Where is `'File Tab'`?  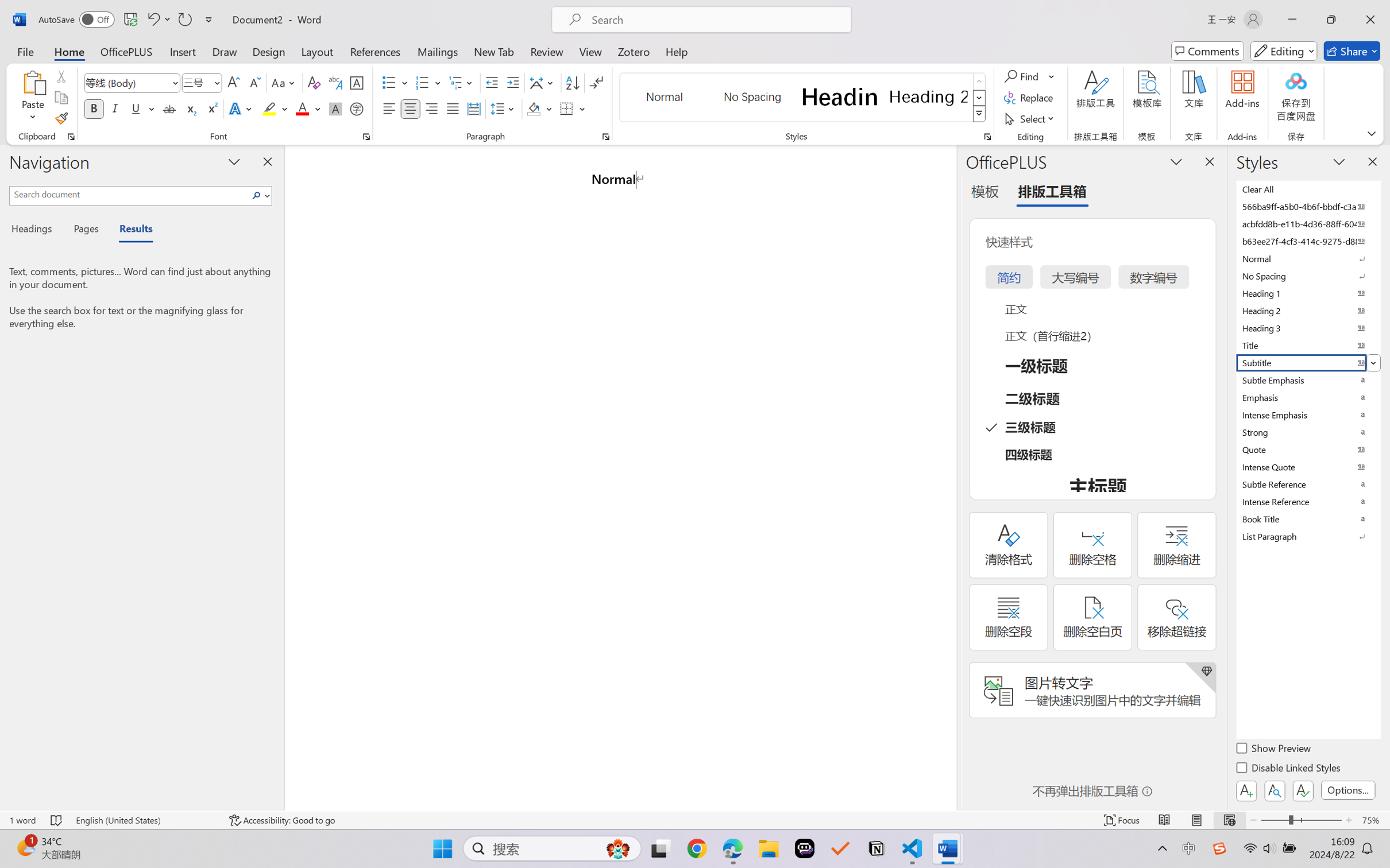
'File Tab' is located at coordinates (25, 51).